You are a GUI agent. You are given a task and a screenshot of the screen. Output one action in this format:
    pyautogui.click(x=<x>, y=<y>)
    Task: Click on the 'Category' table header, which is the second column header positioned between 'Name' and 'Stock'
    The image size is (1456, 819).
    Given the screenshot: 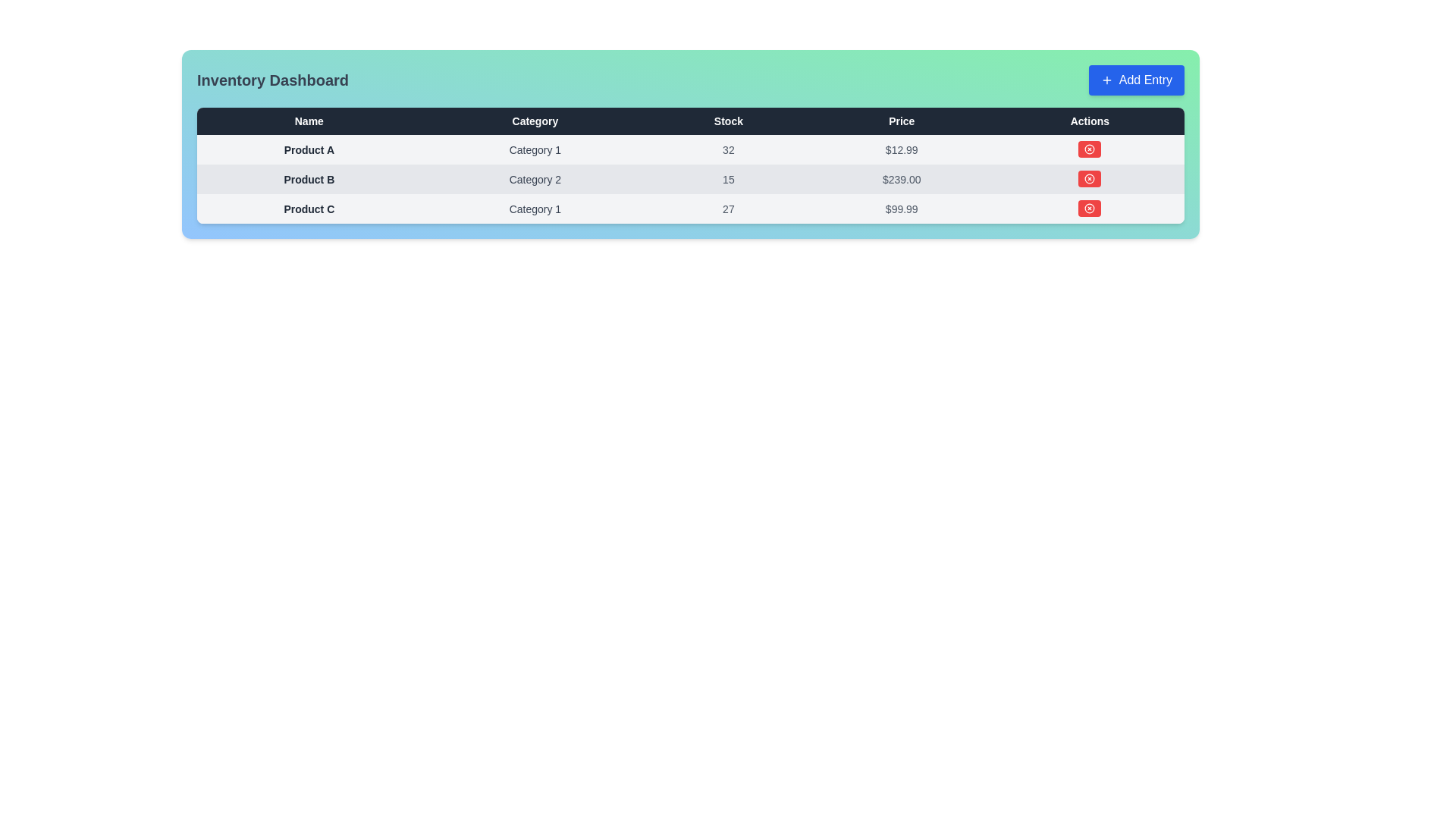 What is the action you would take?
    pyautogui.click(x=535, y=120)
    